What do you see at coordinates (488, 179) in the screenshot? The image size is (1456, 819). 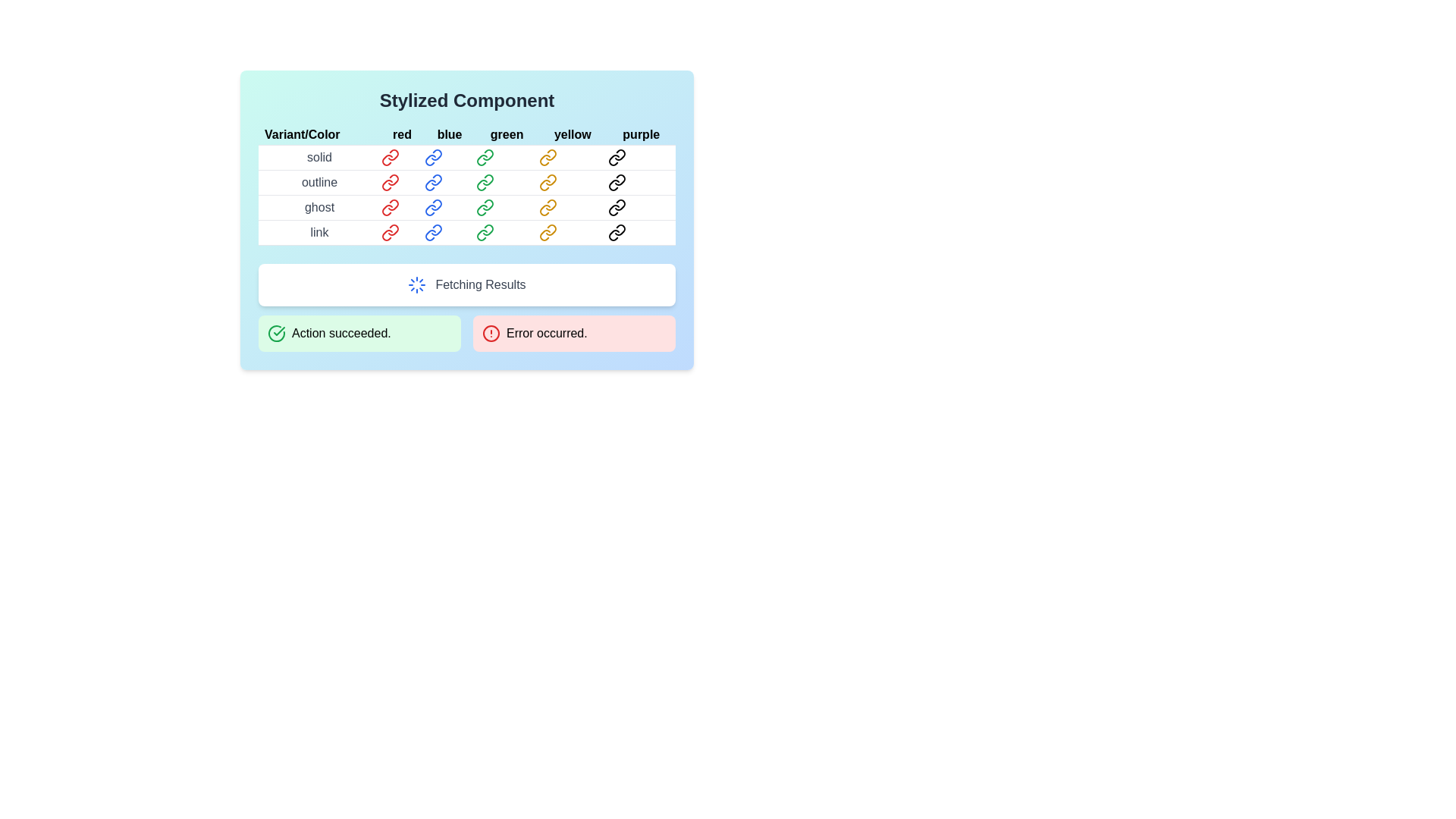 I see `the green link icon located in the second row under the 'outline' section of the table` at bounding box center [488, 179].